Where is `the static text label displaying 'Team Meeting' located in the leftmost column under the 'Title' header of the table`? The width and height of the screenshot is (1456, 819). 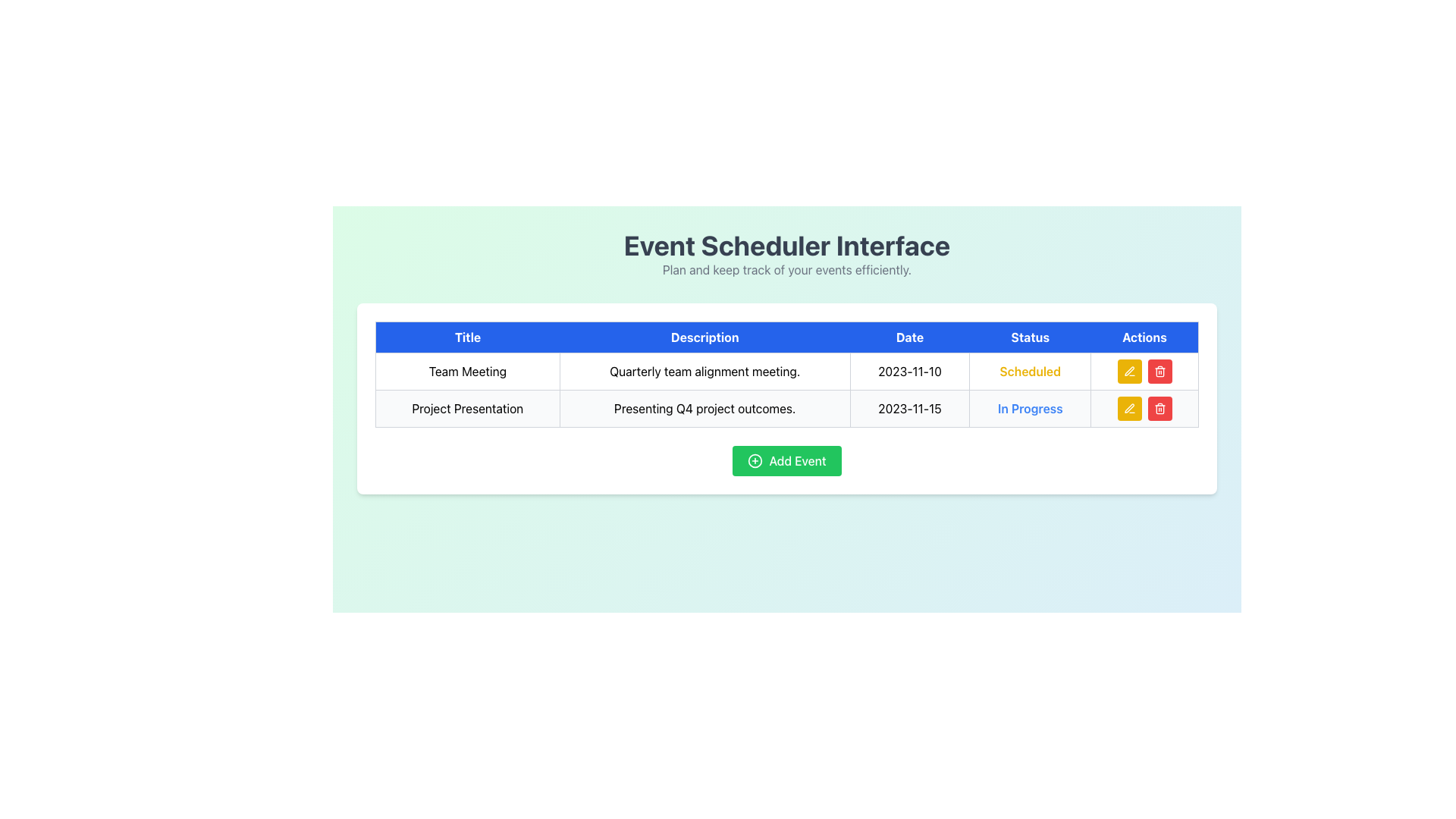 the static text label displaying 'Team Meeting' located in the leftmost column under the 'Title' header of the table is located at coordinates (466, 371).